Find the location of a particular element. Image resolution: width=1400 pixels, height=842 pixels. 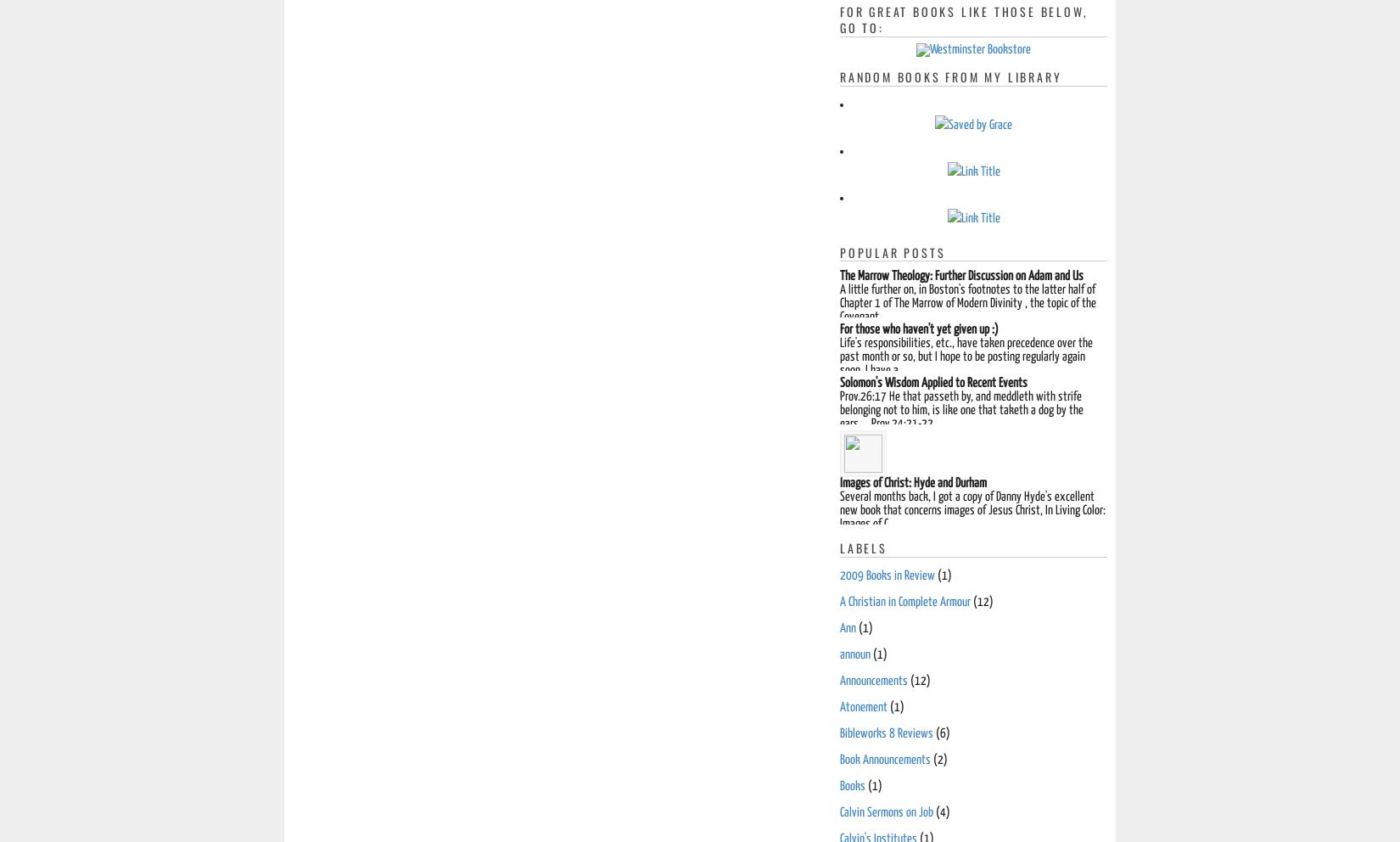

'Bibleworks 8 Reviews' is located at coordinates (886, 732).